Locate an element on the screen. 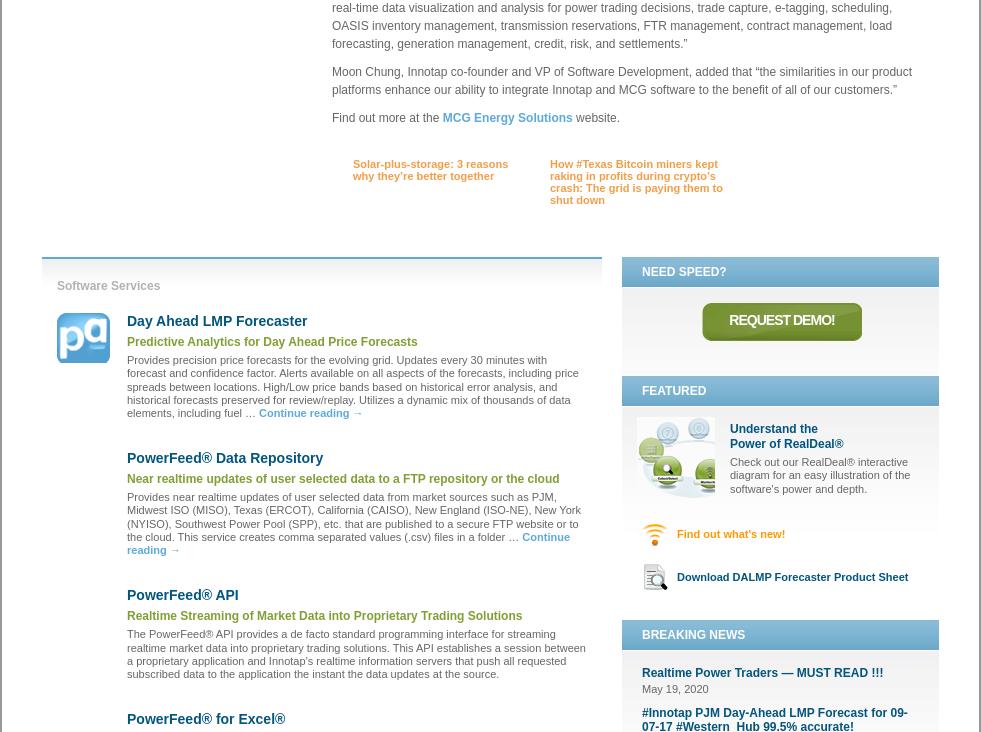 This screenshot has height=732, width=981. '#Shell, the Oil Giant, Will Sell Renewable Energy to #Texans' is located at coordinates (351, 576).